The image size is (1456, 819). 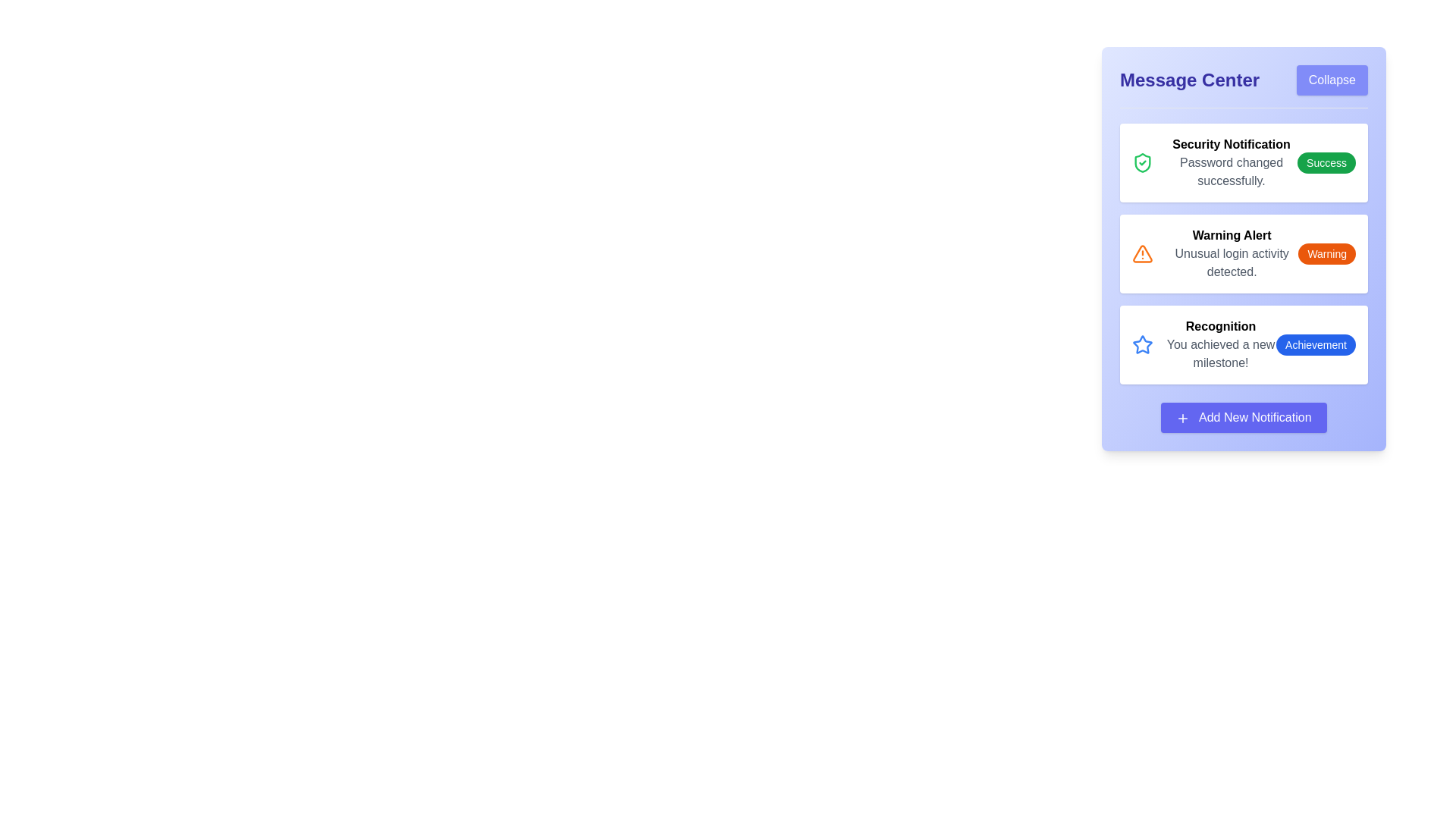 What do you see at coordinates (1244, 418) in the screenshot?
I see `the 'Add Notification' button located at the bottom of the 'Message Center' card` at bounding box center [1244, 418].